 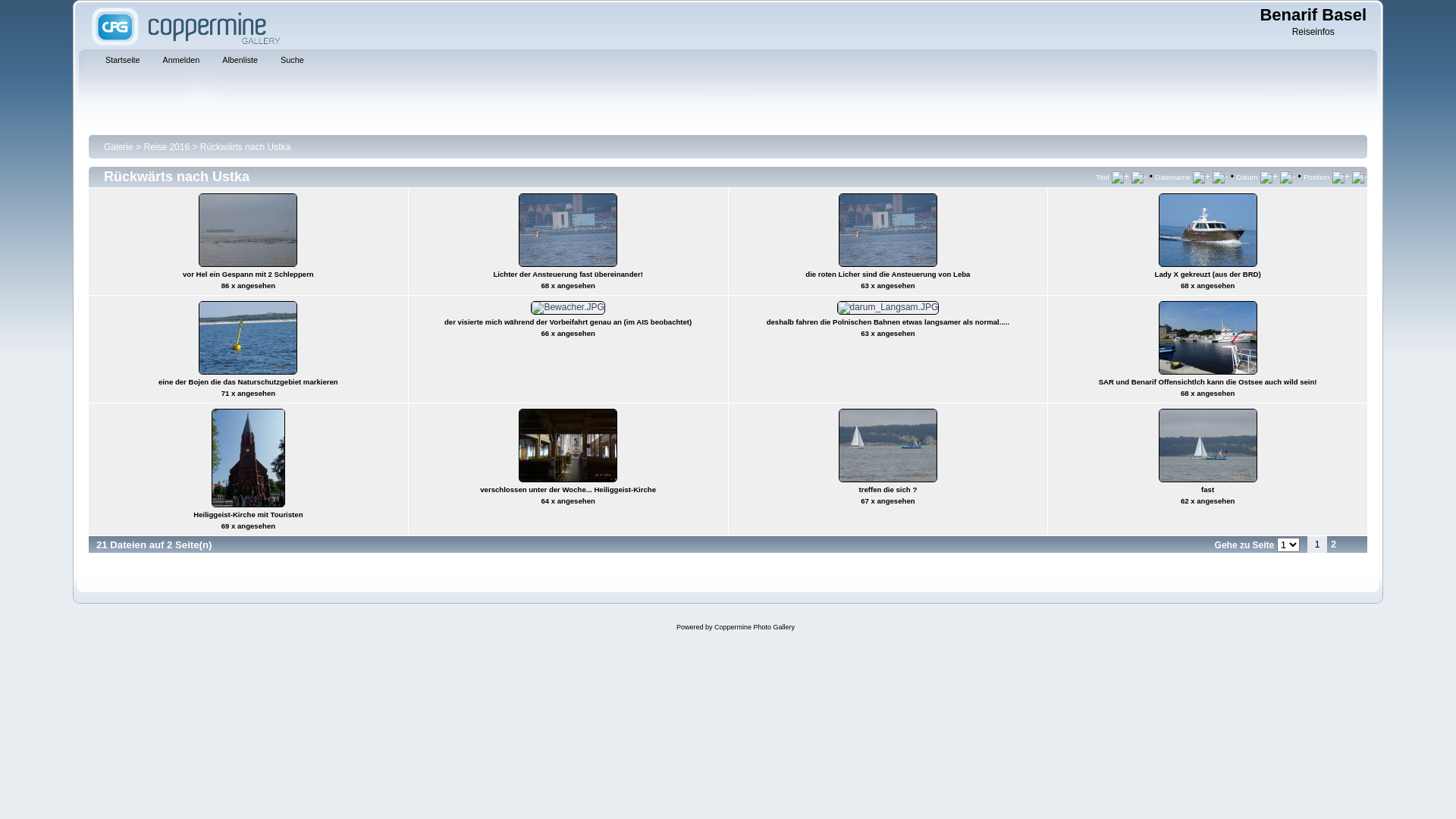 What do you see at coordinates (1200, 175) in the screenshot?
I see `'Aufsteigend nach Name sortieren'` at bounding box center [1200, 175].